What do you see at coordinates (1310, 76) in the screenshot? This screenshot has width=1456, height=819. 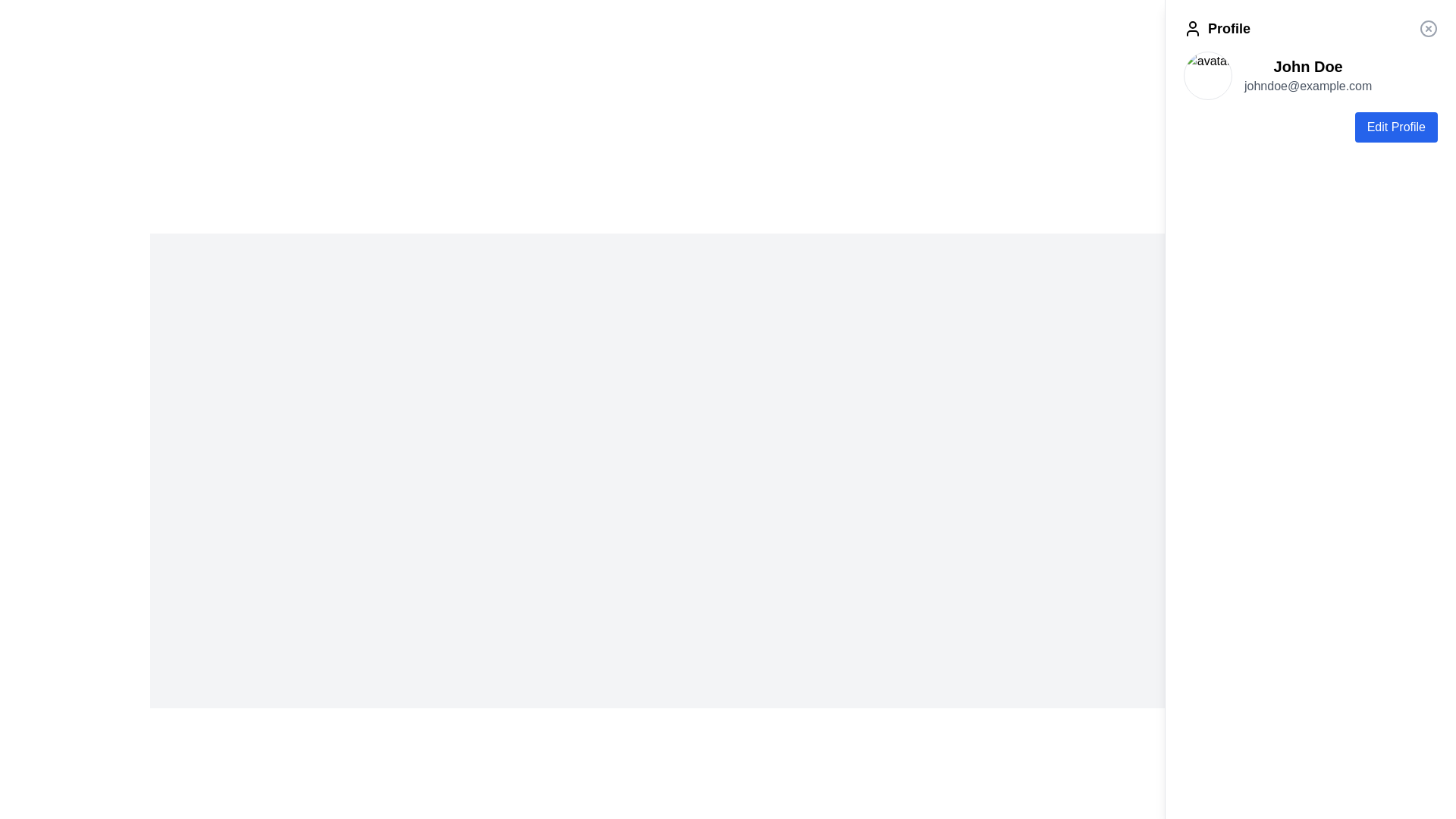 I see `the Profile information display located on the right sidebar, which is the third element from the top, presenting user profile details` at bounding box center [1310, 76].